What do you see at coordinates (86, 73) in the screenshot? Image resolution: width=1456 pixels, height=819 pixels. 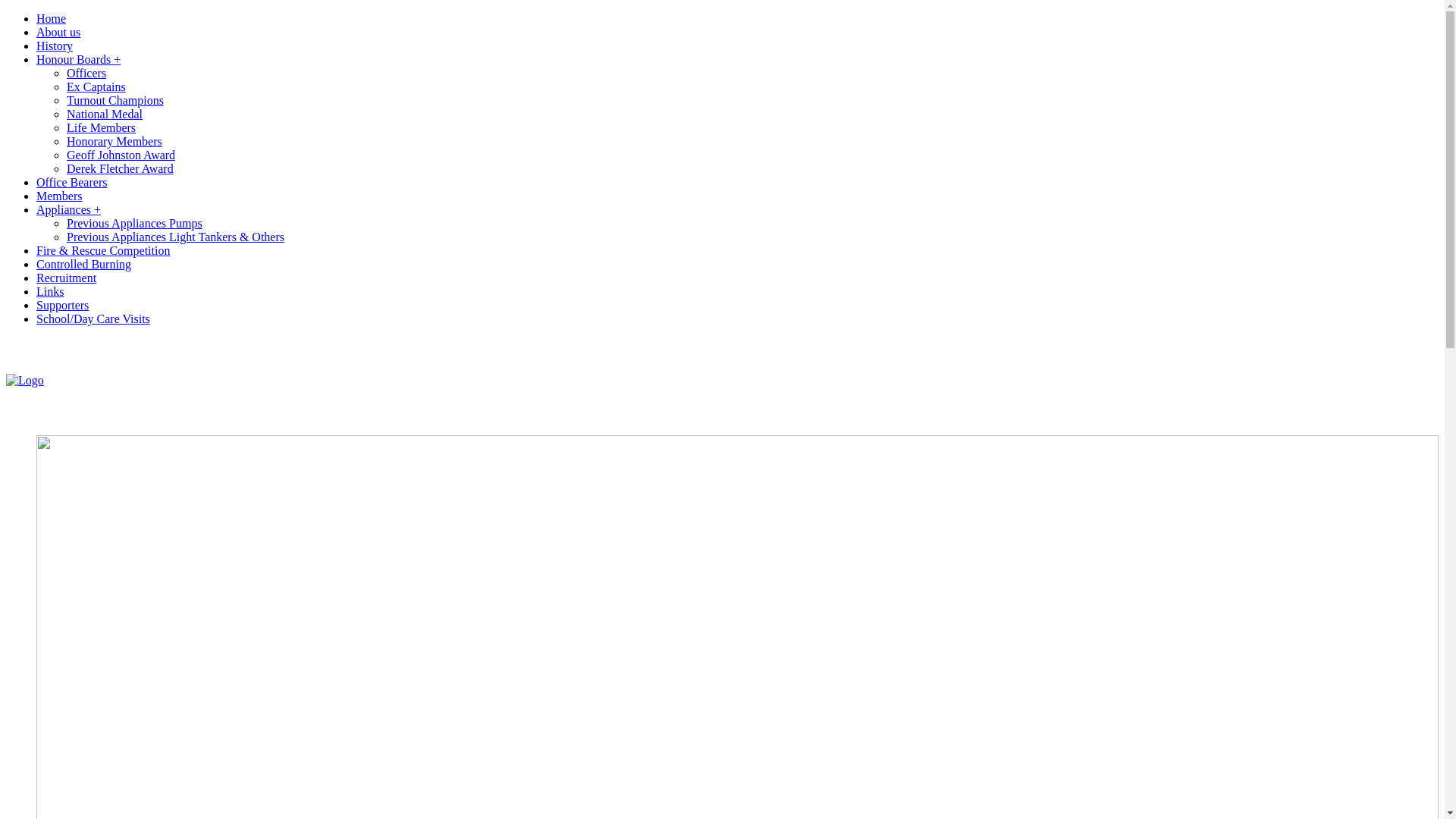 I see `'Officers'` at bounding box center [86, 73].